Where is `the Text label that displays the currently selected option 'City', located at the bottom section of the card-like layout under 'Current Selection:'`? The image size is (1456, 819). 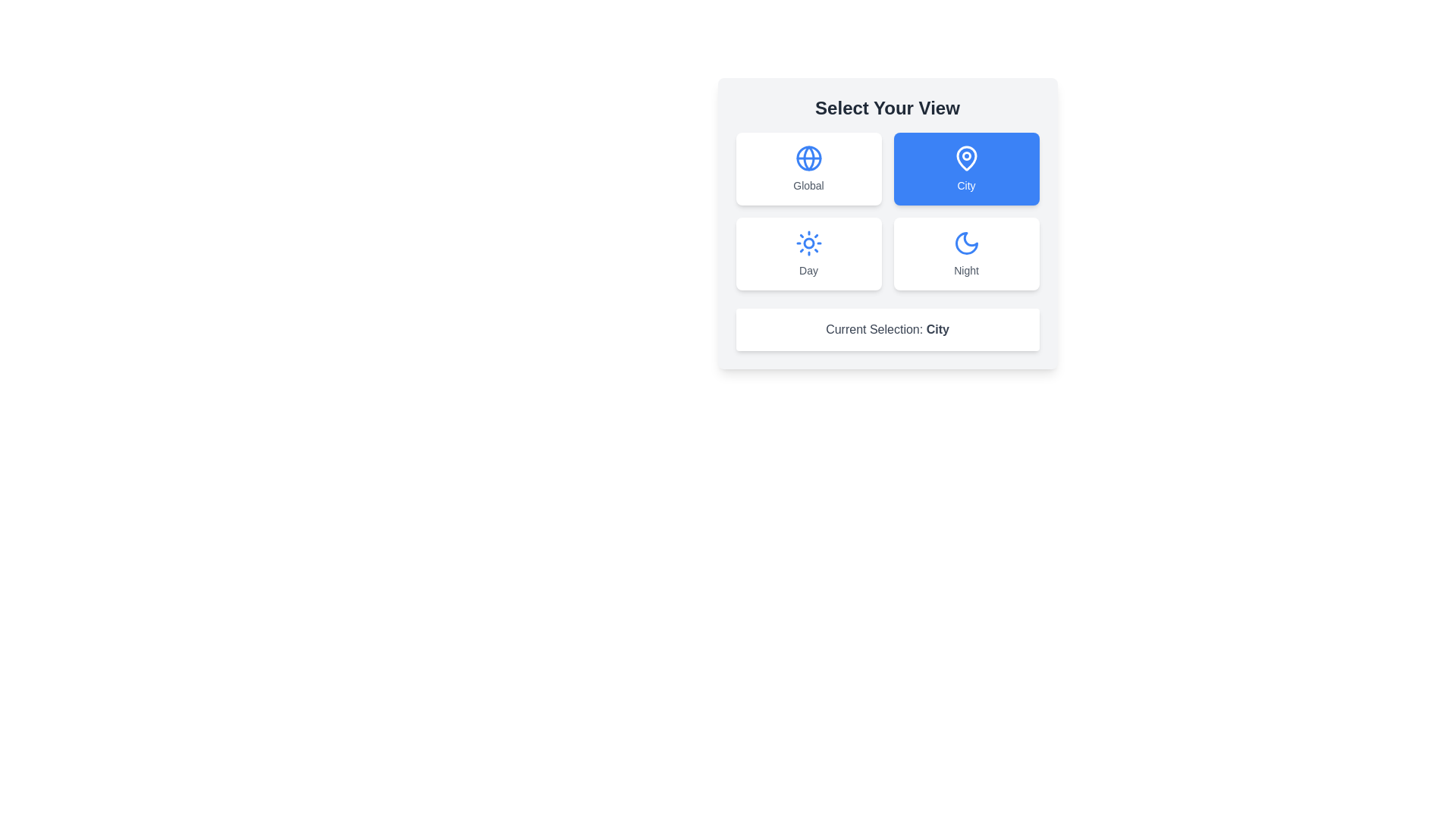
the Text label that displays the currently selected option 'City', located at the bottom section of the card-like layout under 'Current Selection:' is located at coordinates (937, 328).